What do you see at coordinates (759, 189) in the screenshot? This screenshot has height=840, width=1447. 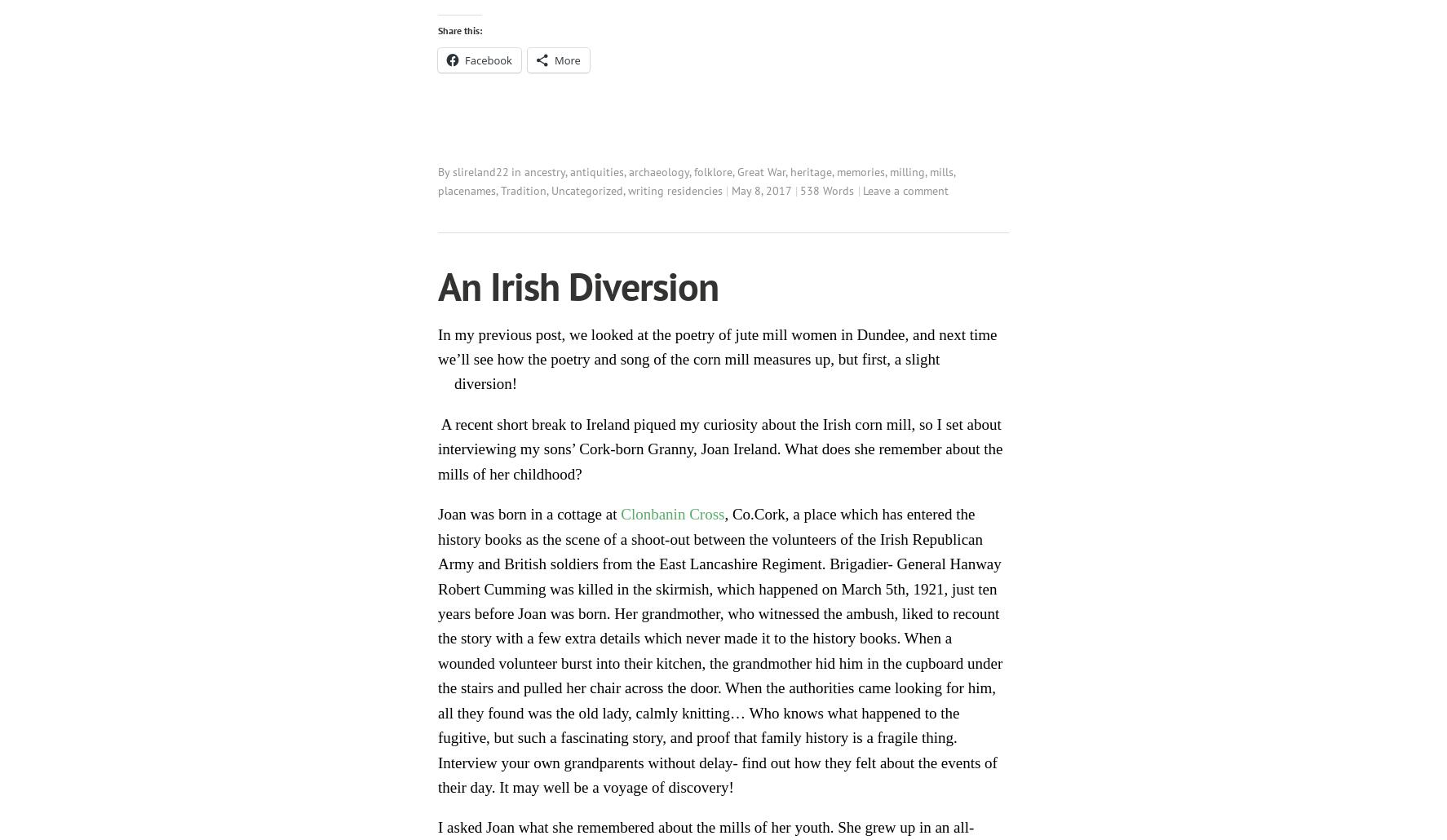 I see `'May 8, 2017'` at bounding box center [759, 189].